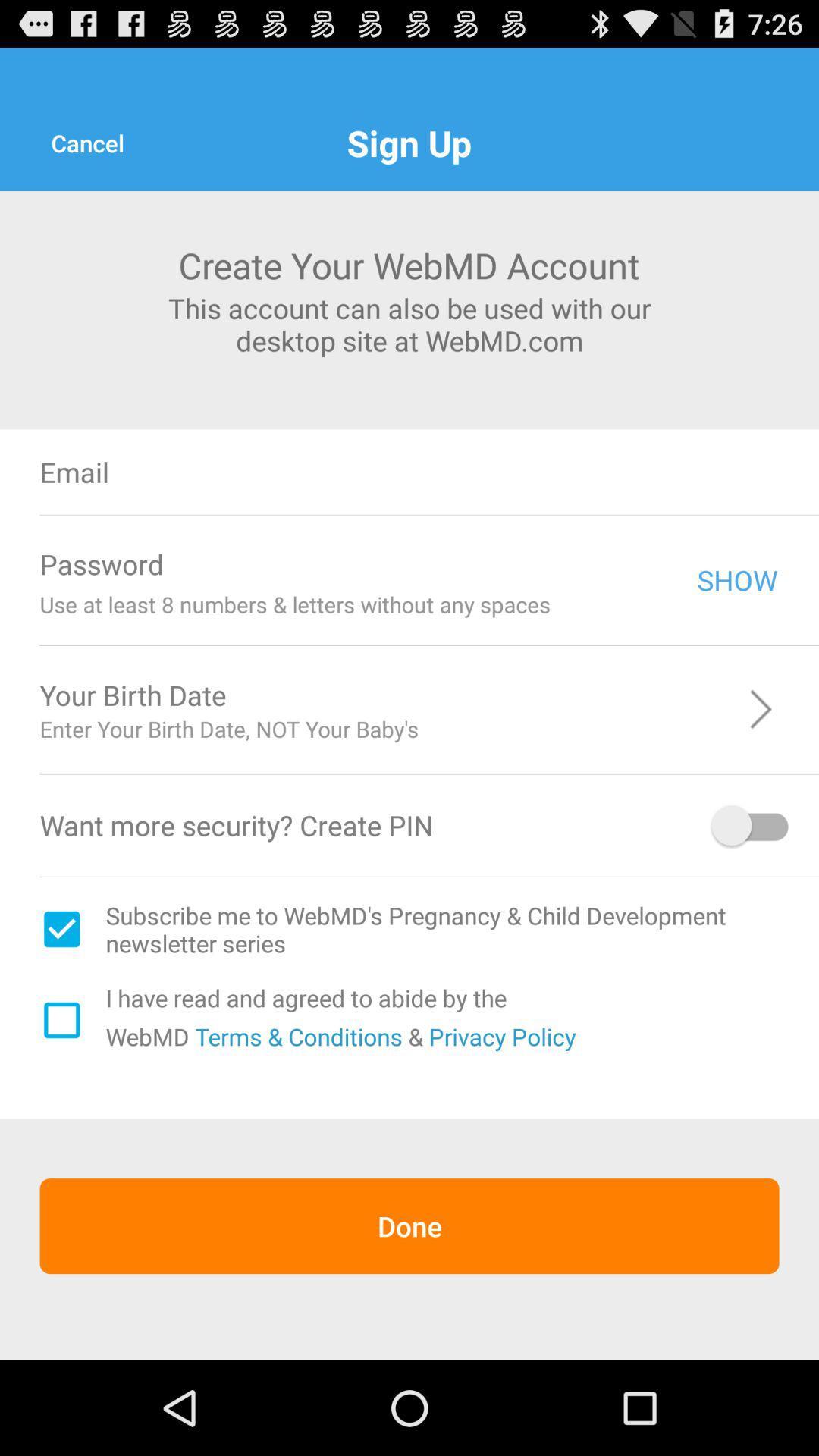 This screenshot has width=819, height=1456. What do you see at coordinates (439, 563) in the screenshot?
I see `icon to the right of the password icon` at bounding box center [439, 563].